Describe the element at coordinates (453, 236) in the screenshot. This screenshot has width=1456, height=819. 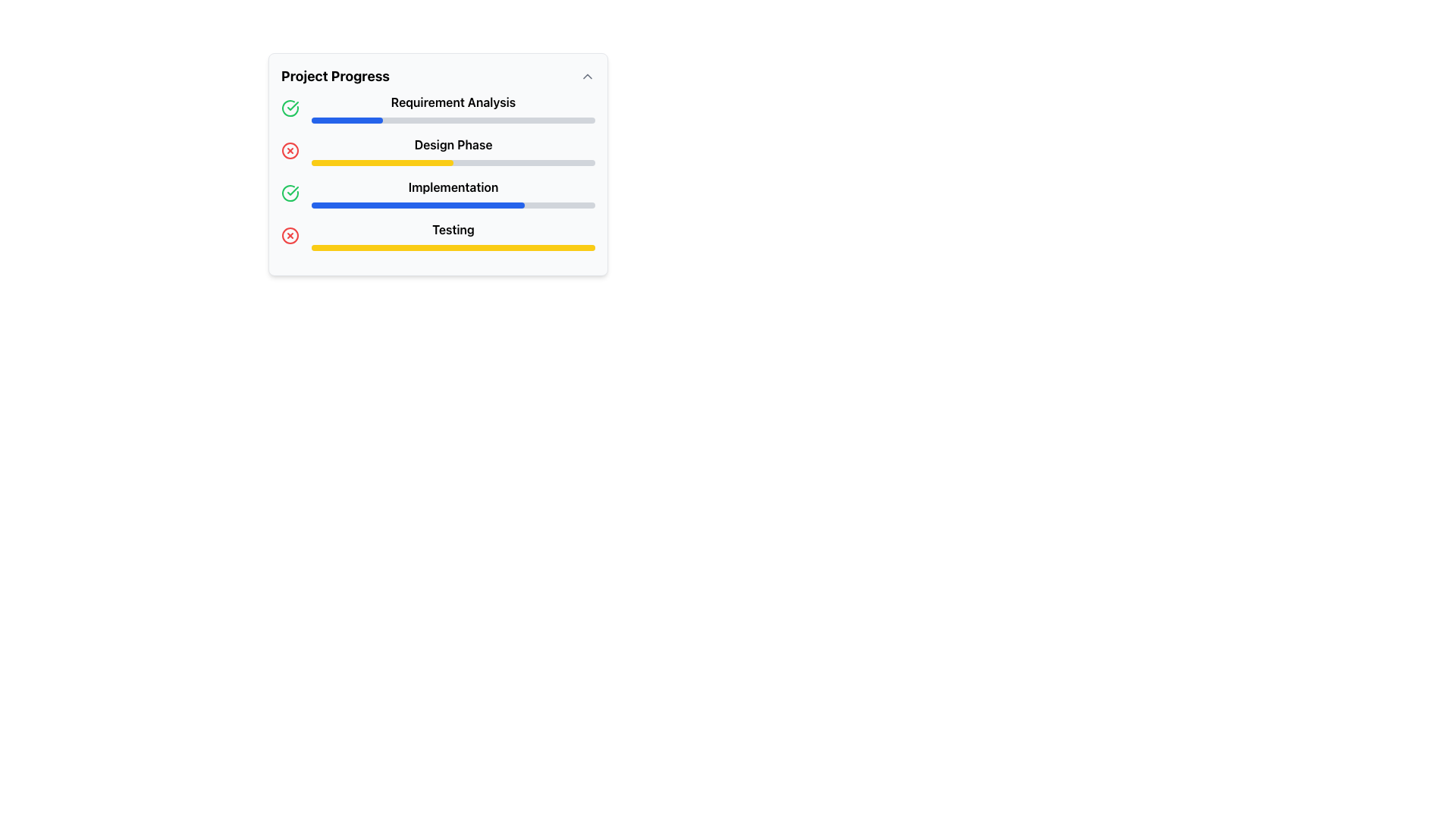
I see `the 'Testing' text label in the progress indicator` at that location.